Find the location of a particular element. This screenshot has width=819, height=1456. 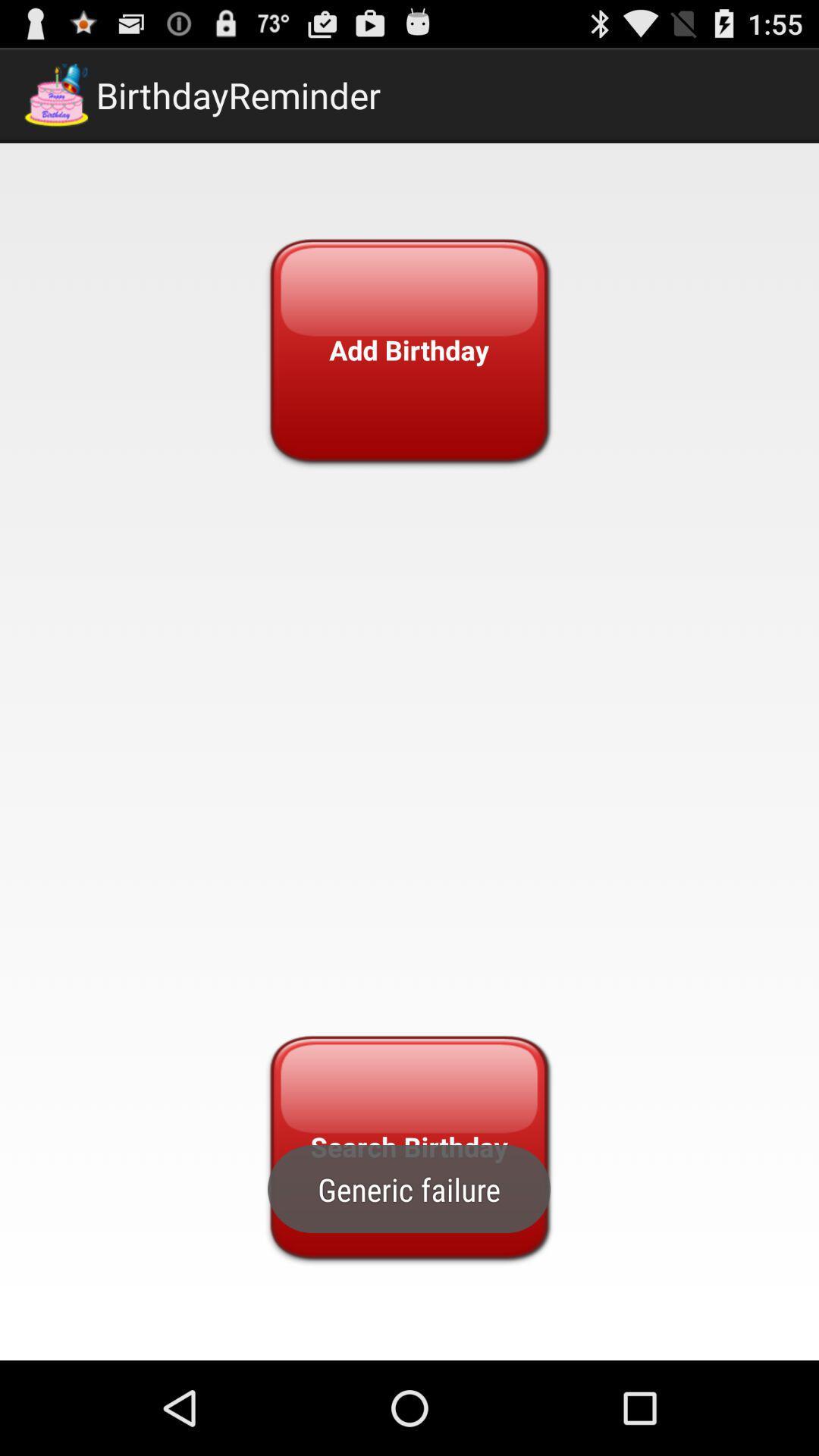

icon at the top is located at coordinates (408, 349).